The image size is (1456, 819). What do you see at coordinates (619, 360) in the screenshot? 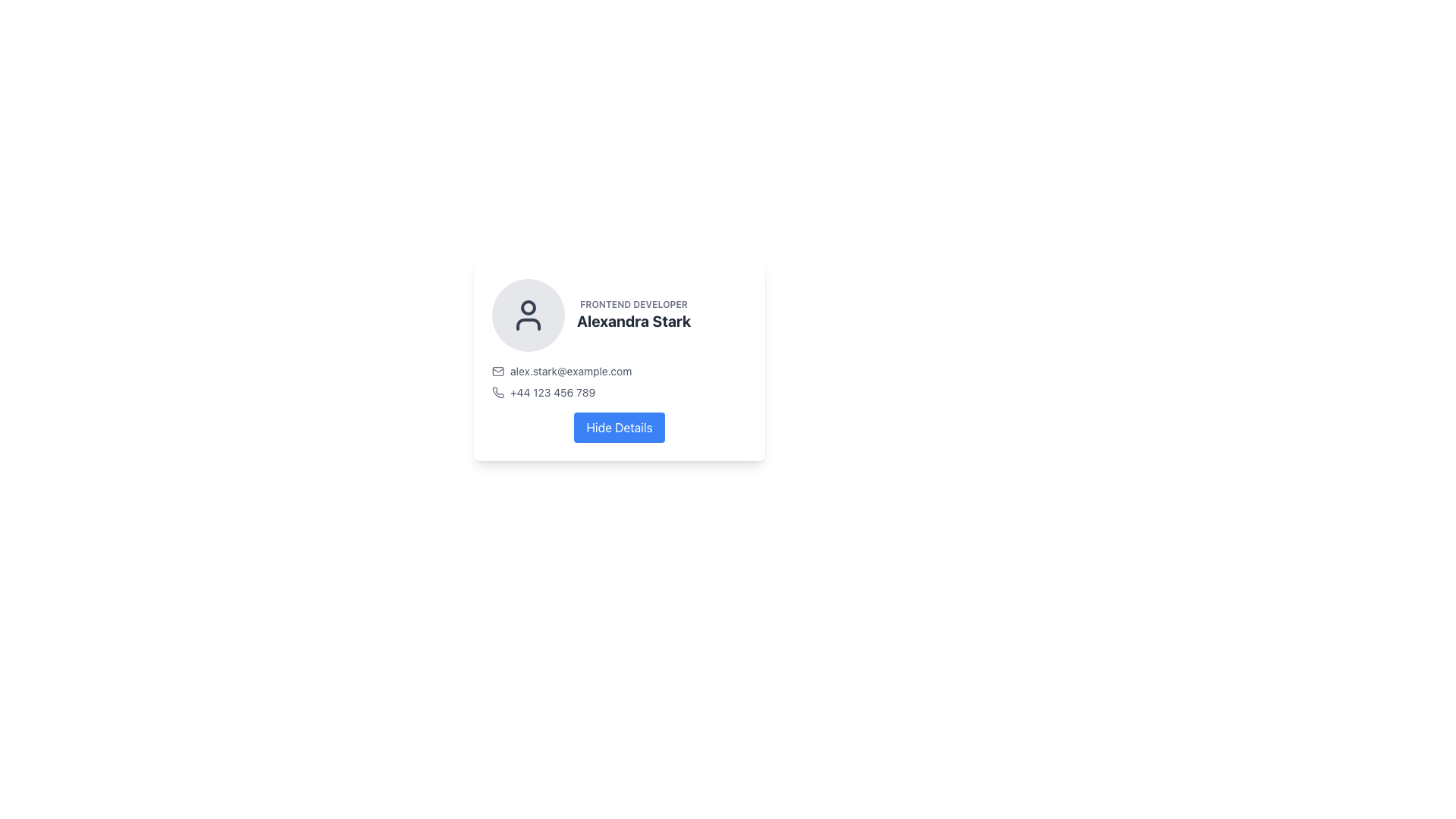
I see `the email address link located within the card that features a white background and contains the title 'Frontend Developer' and the name 'Alexandra Stark'` at bounding box center [619, 360].